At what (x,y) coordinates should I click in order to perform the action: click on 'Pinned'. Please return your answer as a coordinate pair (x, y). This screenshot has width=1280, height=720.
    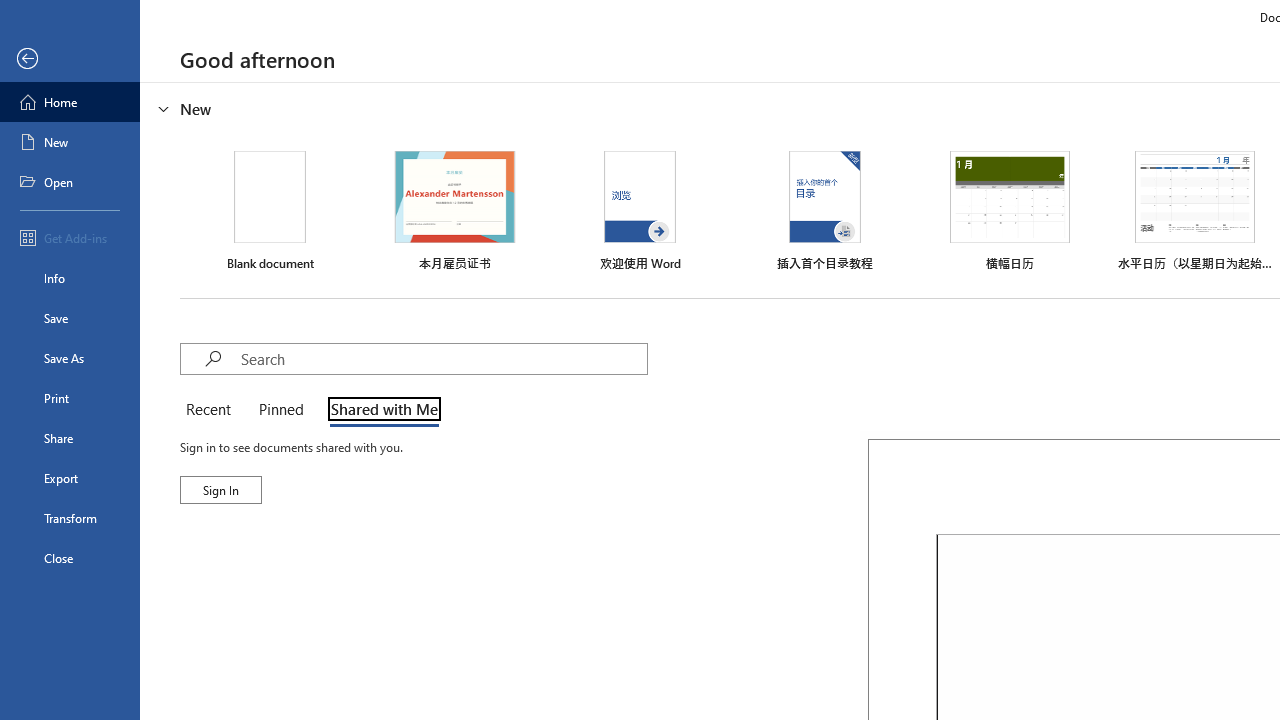
    Looking at the image, I should click on (279, 410).